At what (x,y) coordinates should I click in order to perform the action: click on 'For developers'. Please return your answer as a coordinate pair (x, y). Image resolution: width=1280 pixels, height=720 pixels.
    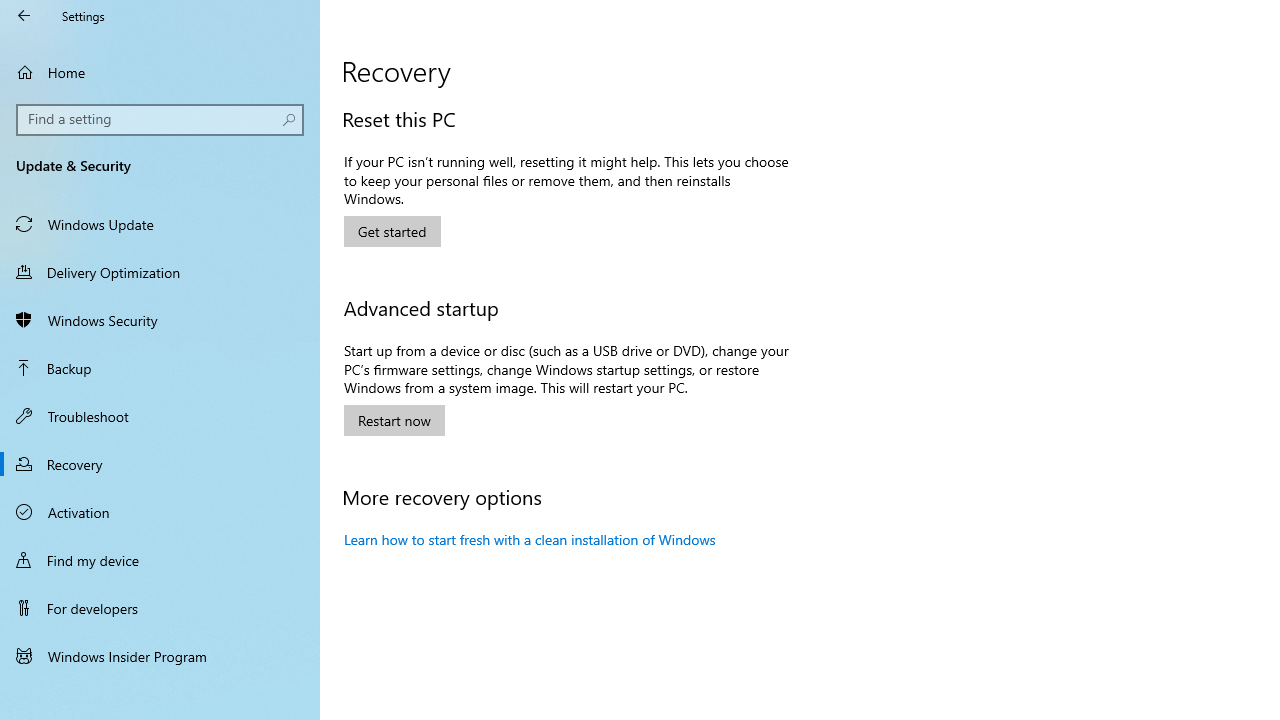
    Looking at the image, I should click on (160, 607).